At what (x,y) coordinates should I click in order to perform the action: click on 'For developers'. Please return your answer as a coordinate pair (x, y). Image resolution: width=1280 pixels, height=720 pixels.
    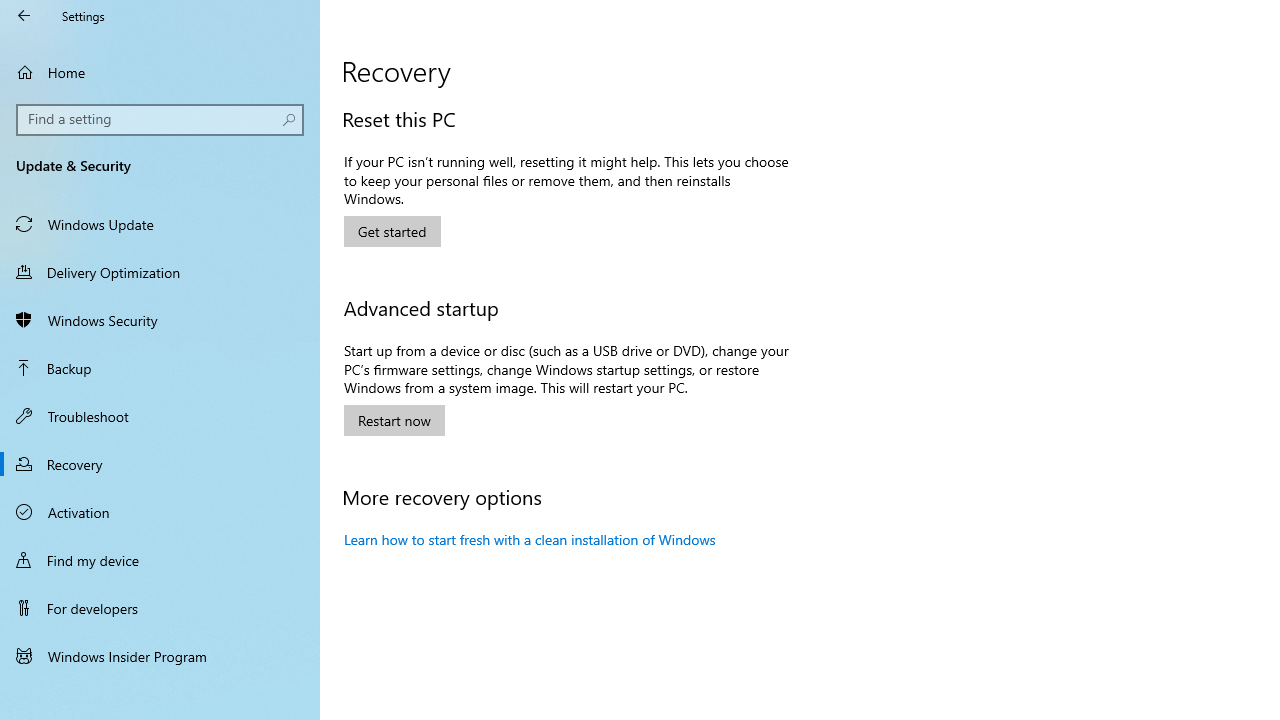
    Looking at the image, I should click on (160, 607).